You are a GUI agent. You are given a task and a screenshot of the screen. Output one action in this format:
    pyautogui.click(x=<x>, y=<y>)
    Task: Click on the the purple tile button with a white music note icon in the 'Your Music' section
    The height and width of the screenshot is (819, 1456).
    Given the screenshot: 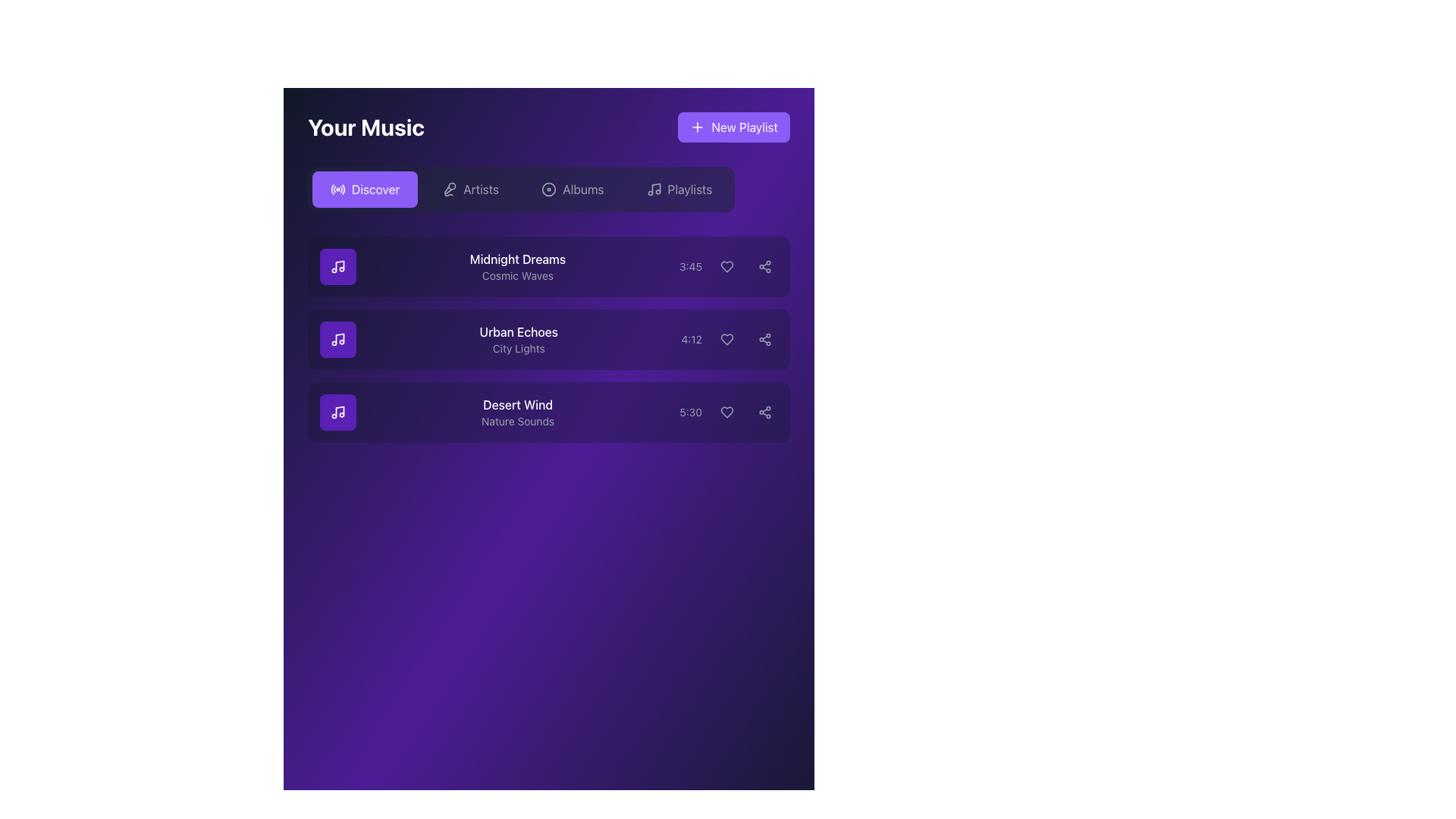 What is the action you would take?
    pyautogui.click(x=337, y=412)
    